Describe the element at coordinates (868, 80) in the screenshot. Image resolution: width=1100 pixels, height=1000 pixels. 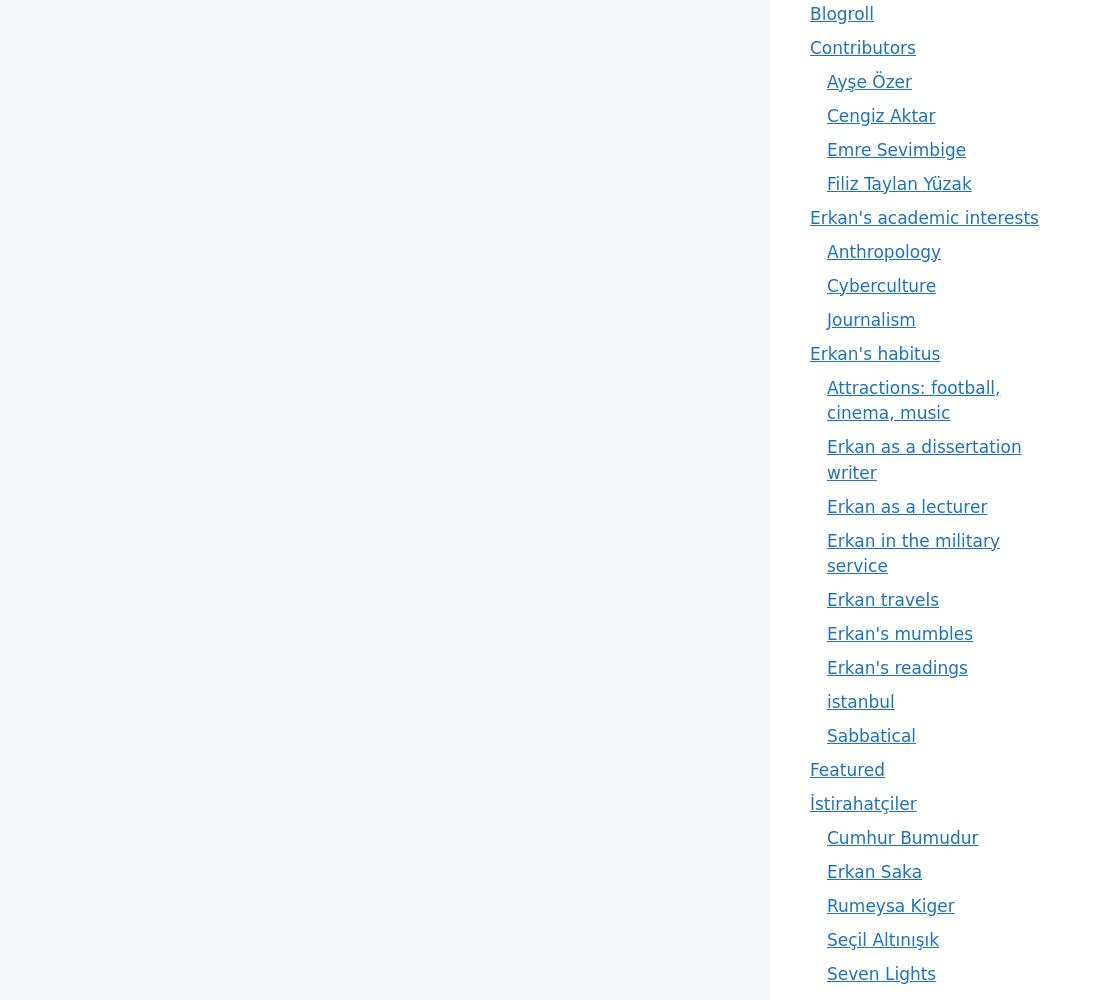
I see `'Ayşe Özer'` at that location.